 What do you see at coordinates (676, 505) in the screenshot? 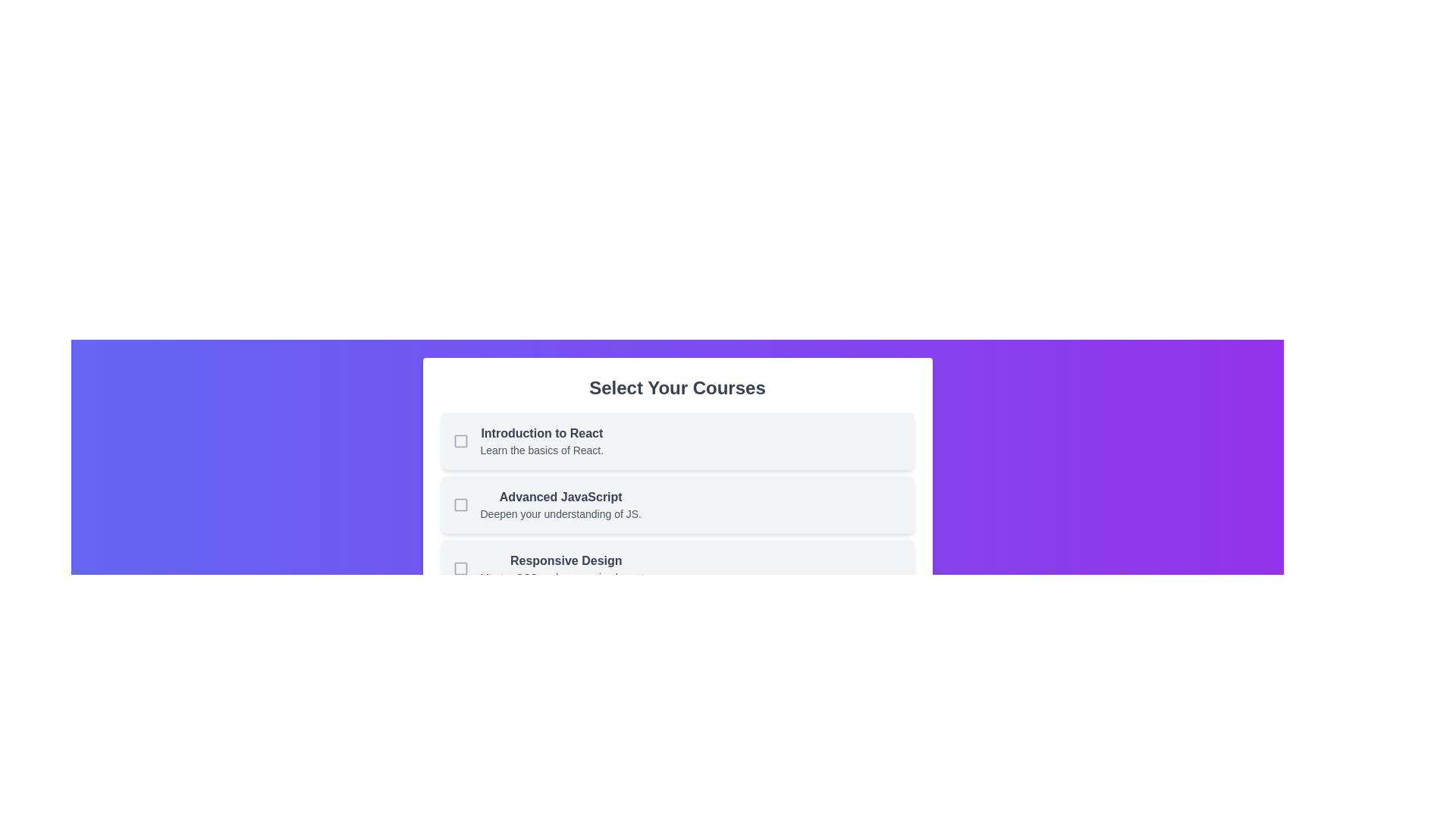
I see `the course Advanced JavaScript by clicking on its corresponding list item` at bounding box center [676, 505].